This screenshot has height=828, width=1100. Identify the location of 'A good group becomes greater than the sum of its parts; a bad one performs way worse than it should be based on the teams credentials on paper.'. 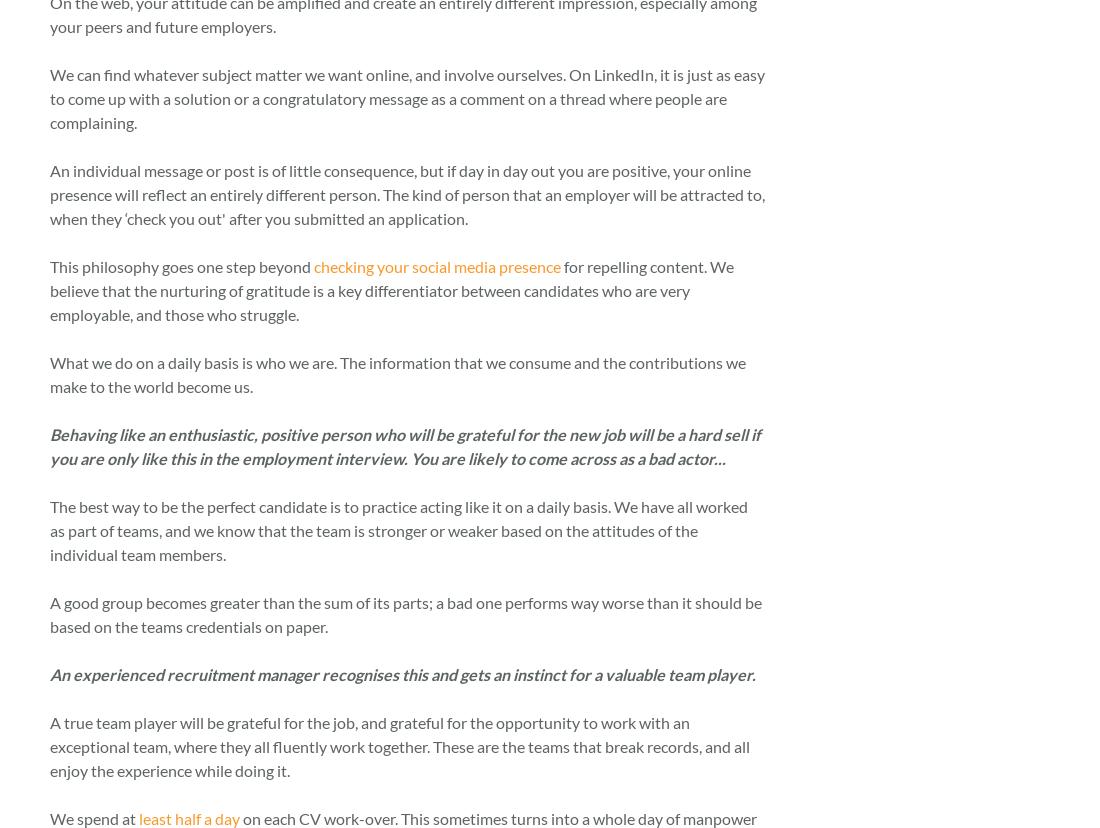
(406, 612).